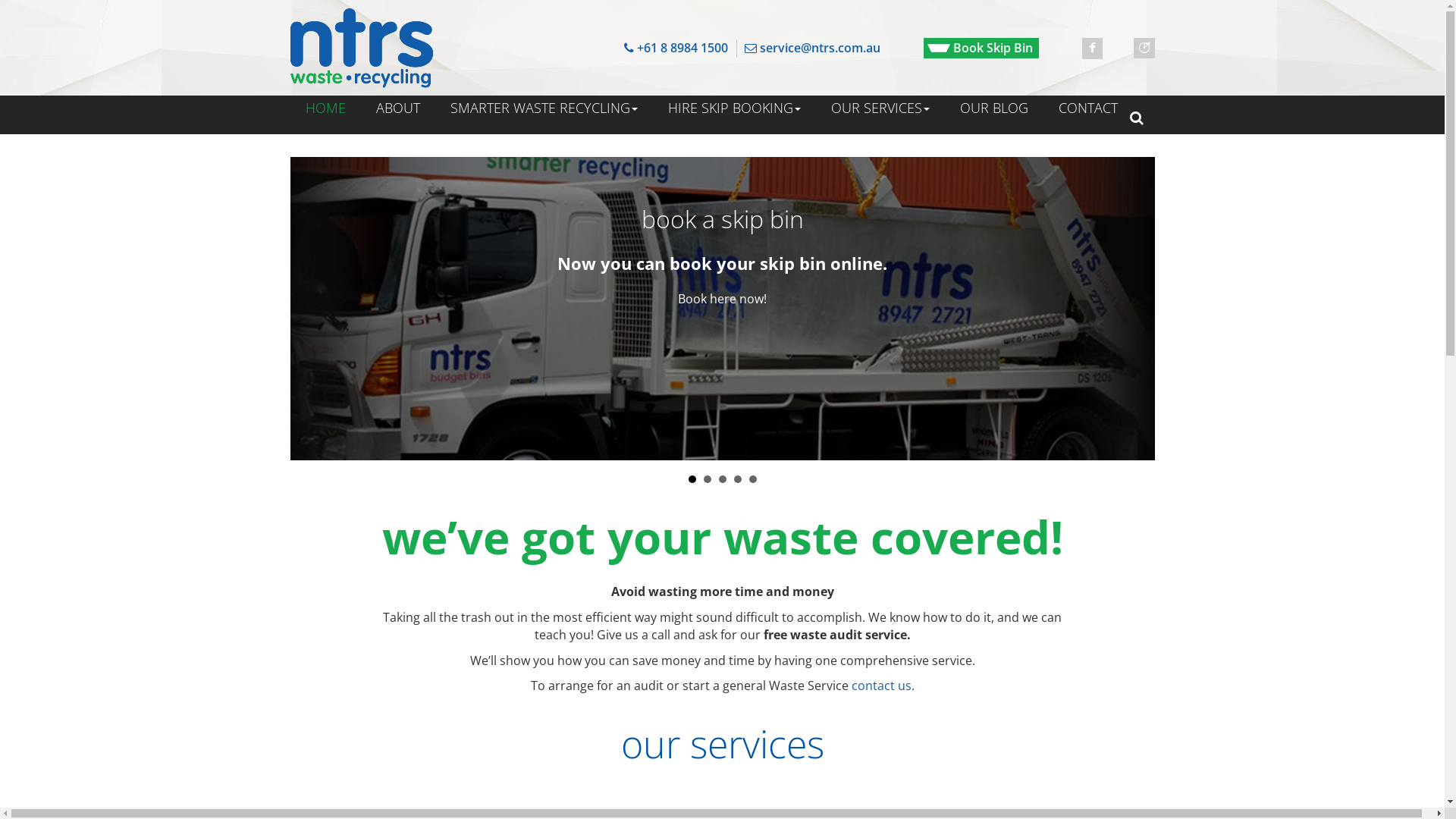 This screenshot has height=819, width=1456. I want to click on 'Book here now!', so click(721, 298).